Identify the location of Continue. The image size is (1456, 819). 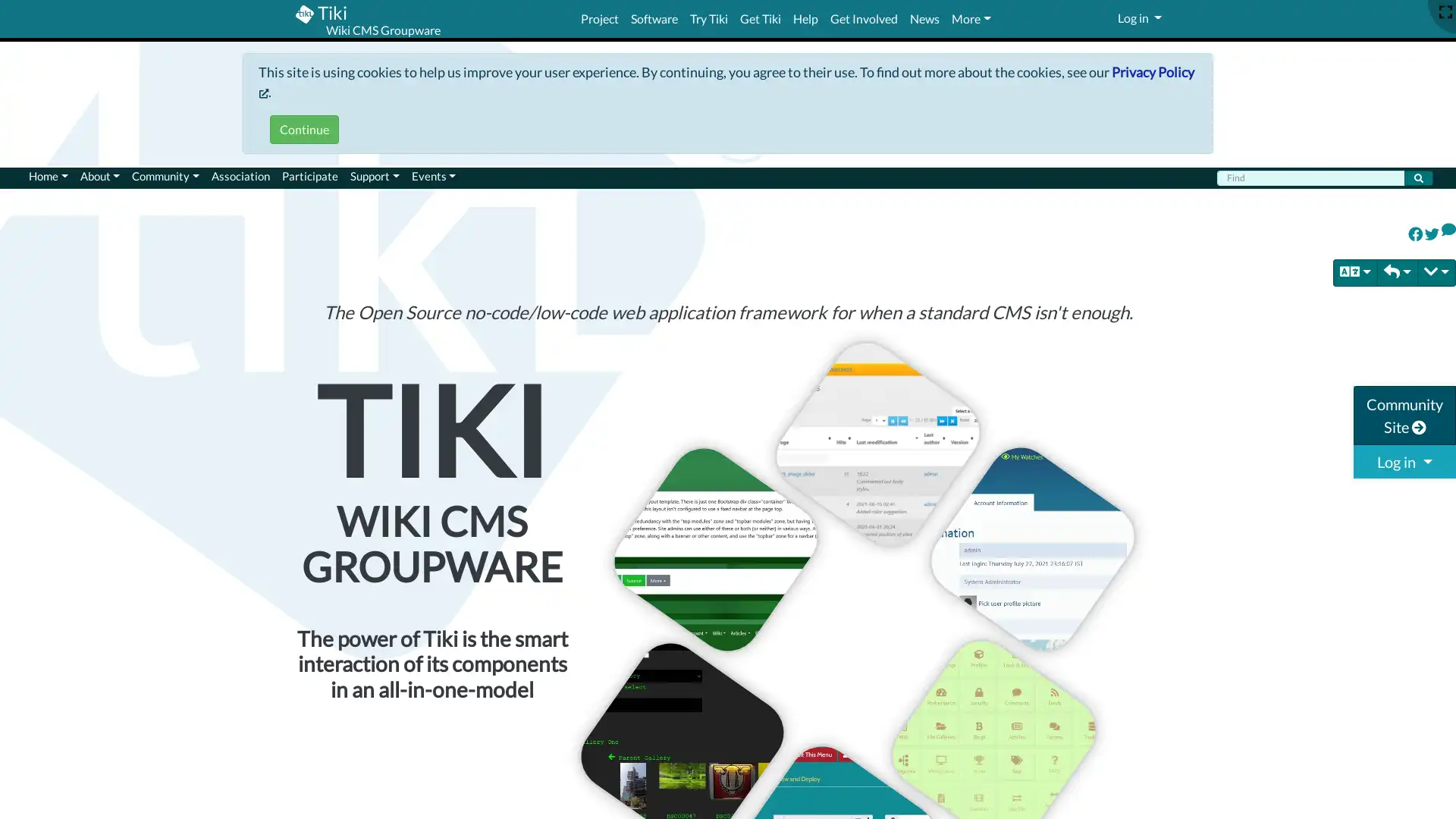
(303, 127).